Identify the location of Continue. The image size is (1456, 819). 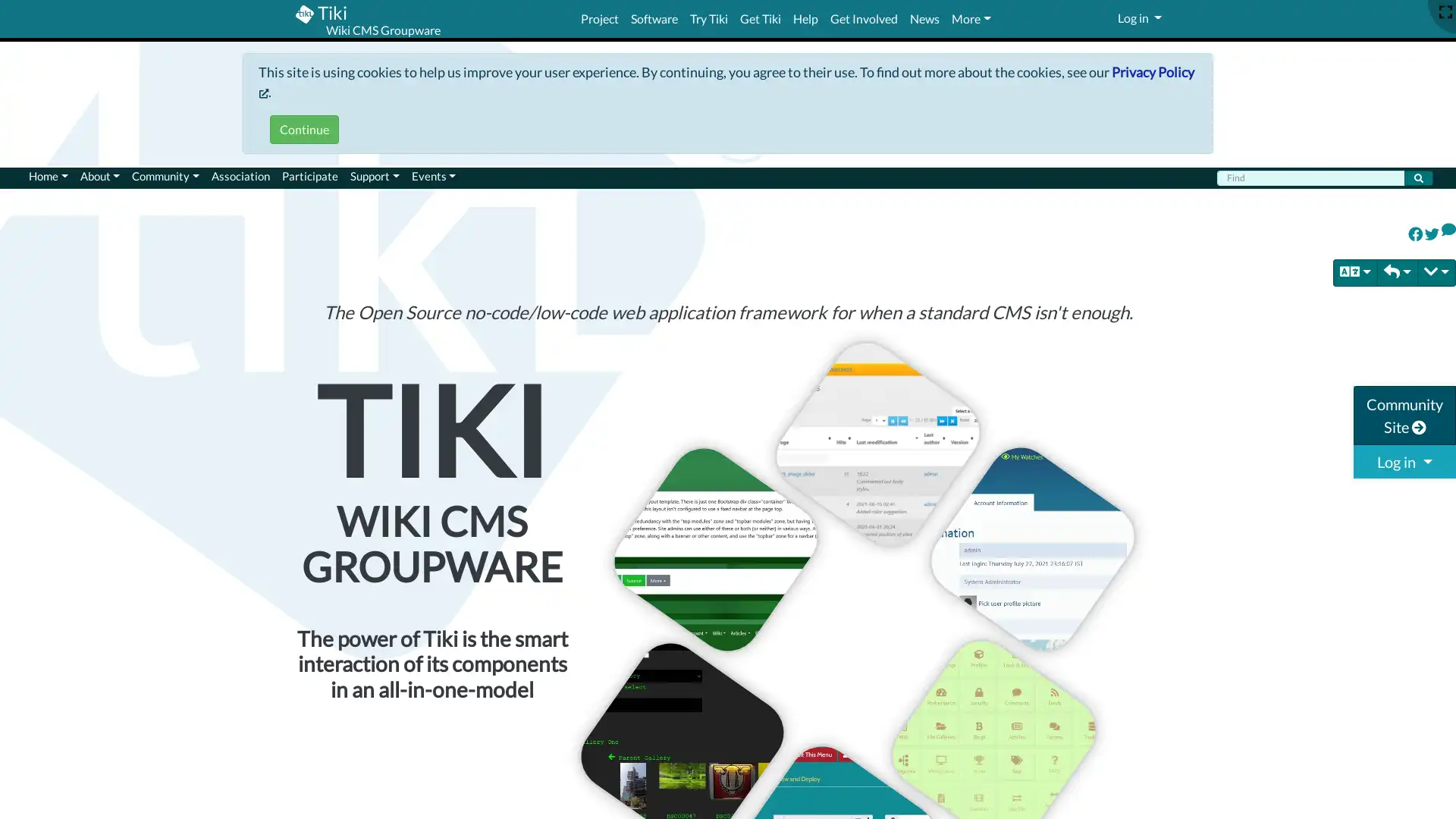
(303, 127).